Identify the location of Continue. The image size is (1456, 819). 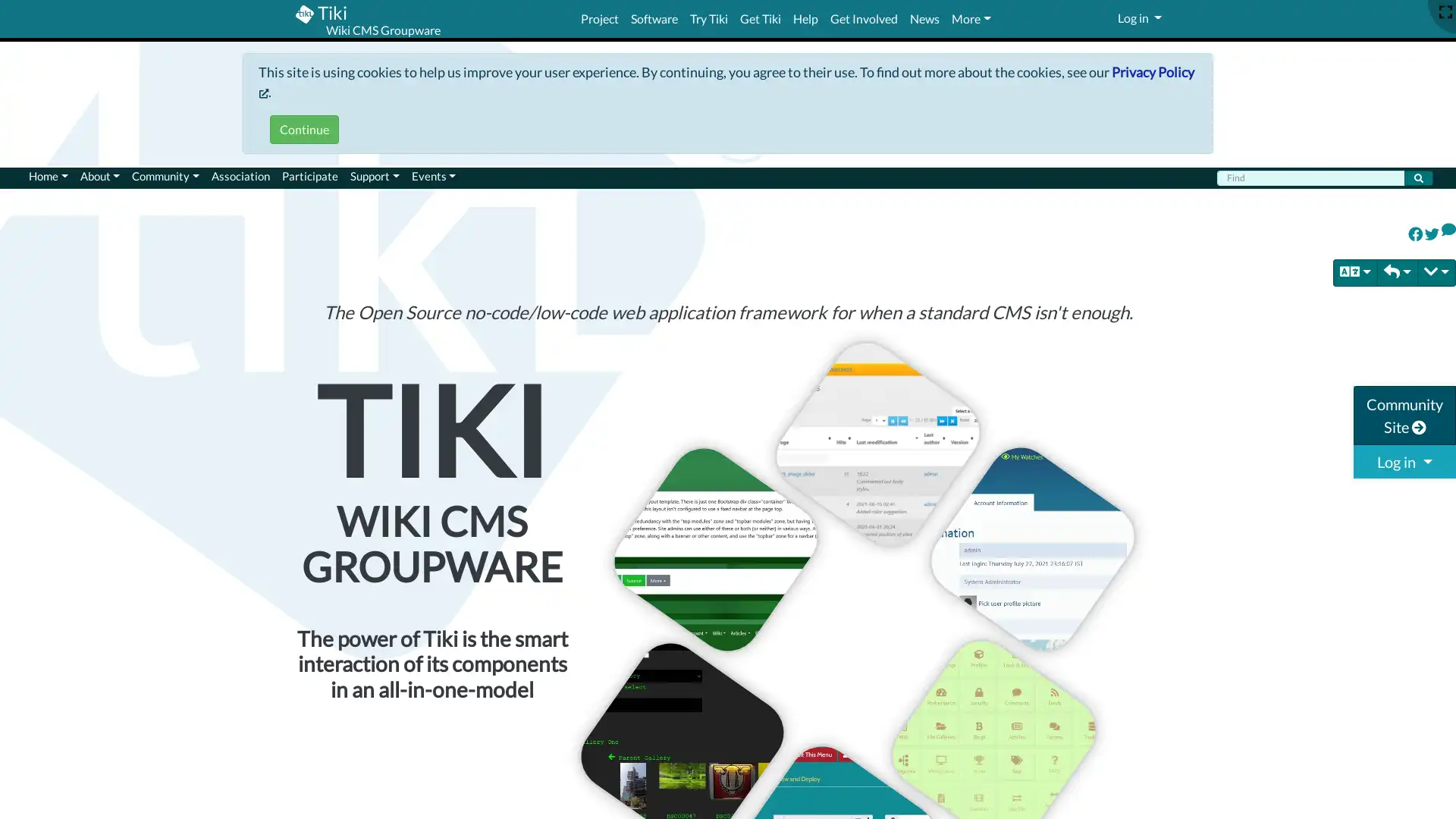
(303, 127).